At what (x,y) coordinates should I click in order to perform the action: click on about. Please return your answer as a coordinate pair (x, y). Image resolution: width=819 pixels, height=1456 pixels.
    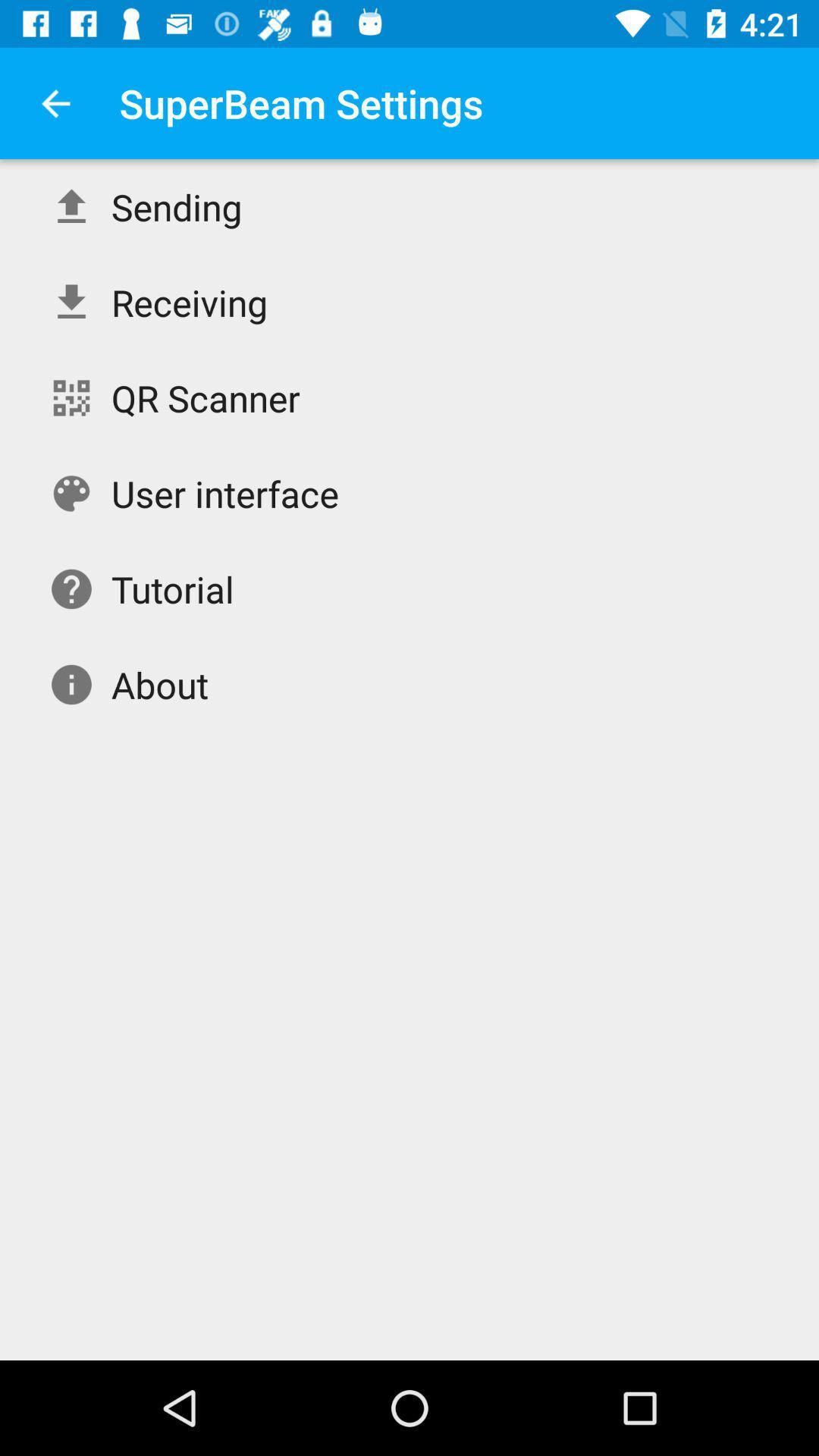
    Looking at the image, I should click on (160, 683).